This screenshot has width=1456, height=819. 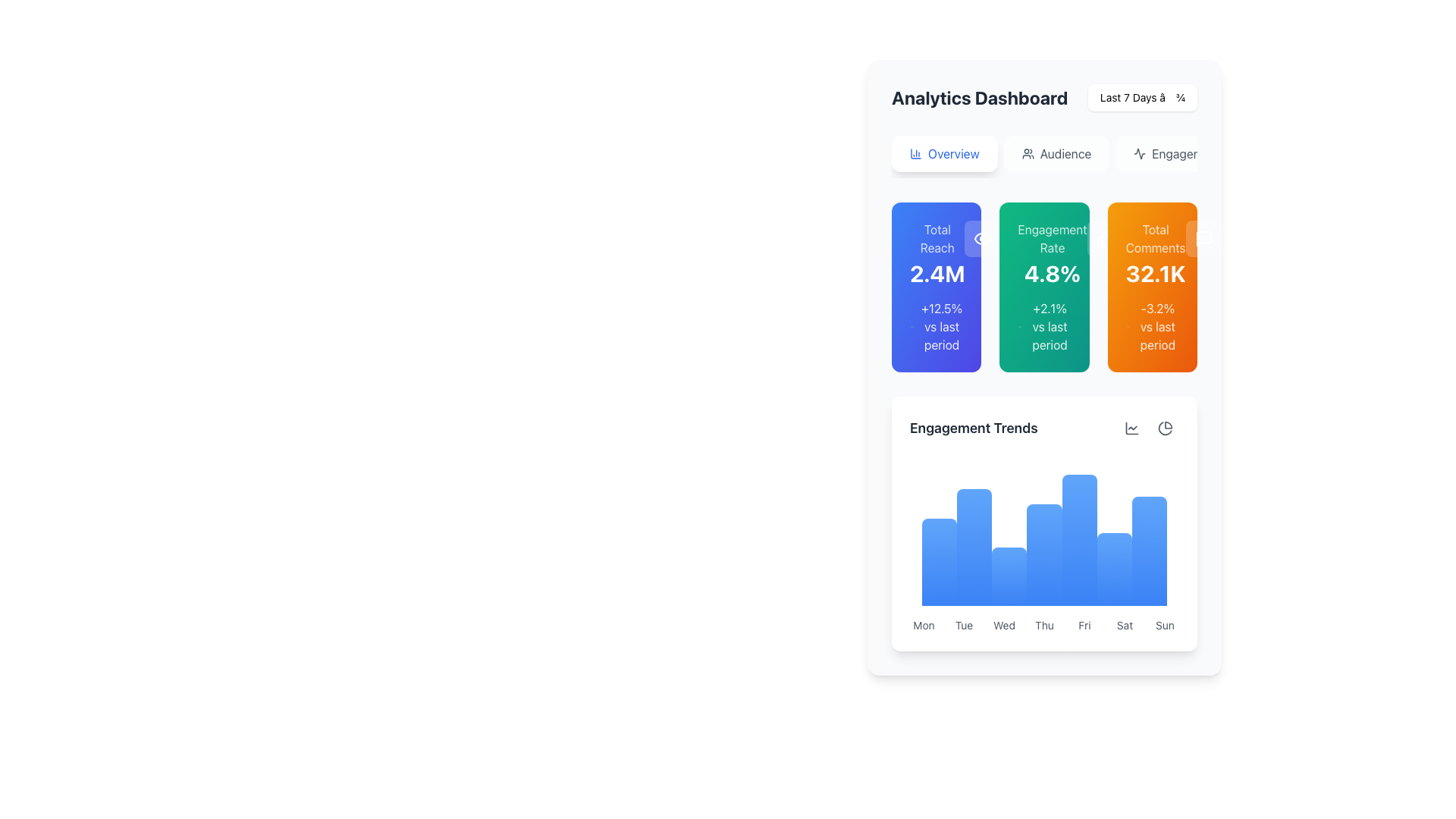 I want to click on the icon within the 'Overview' button, which symbolizes analytics and summarization, located at the left of the navigation section of the dashboard, so click(x=915, y=154).